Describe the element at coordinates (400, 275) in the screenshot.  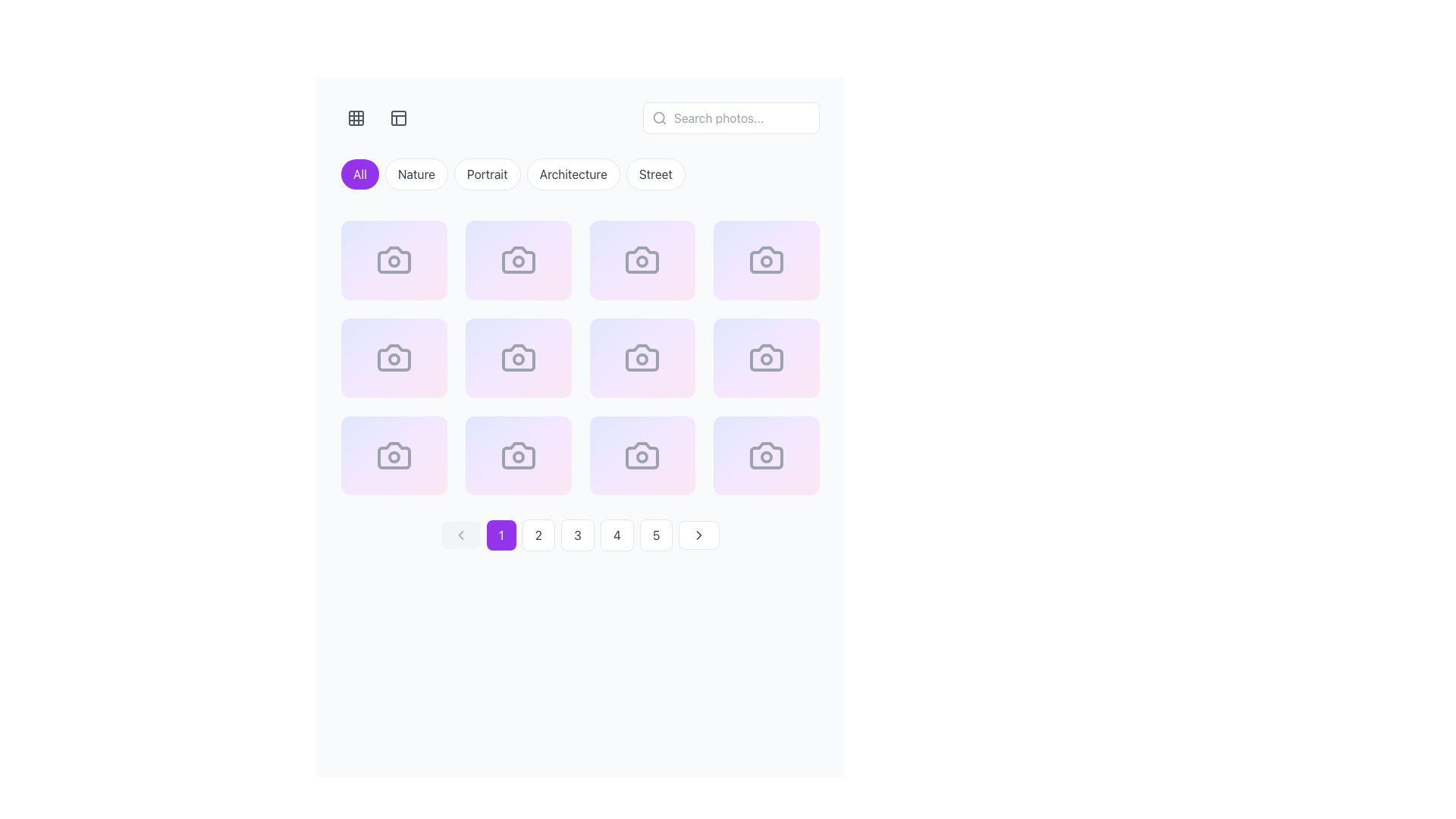
I see `the sharing icon located inside a circular button near the center of the top-left grid item to initiate sharing` at that location.